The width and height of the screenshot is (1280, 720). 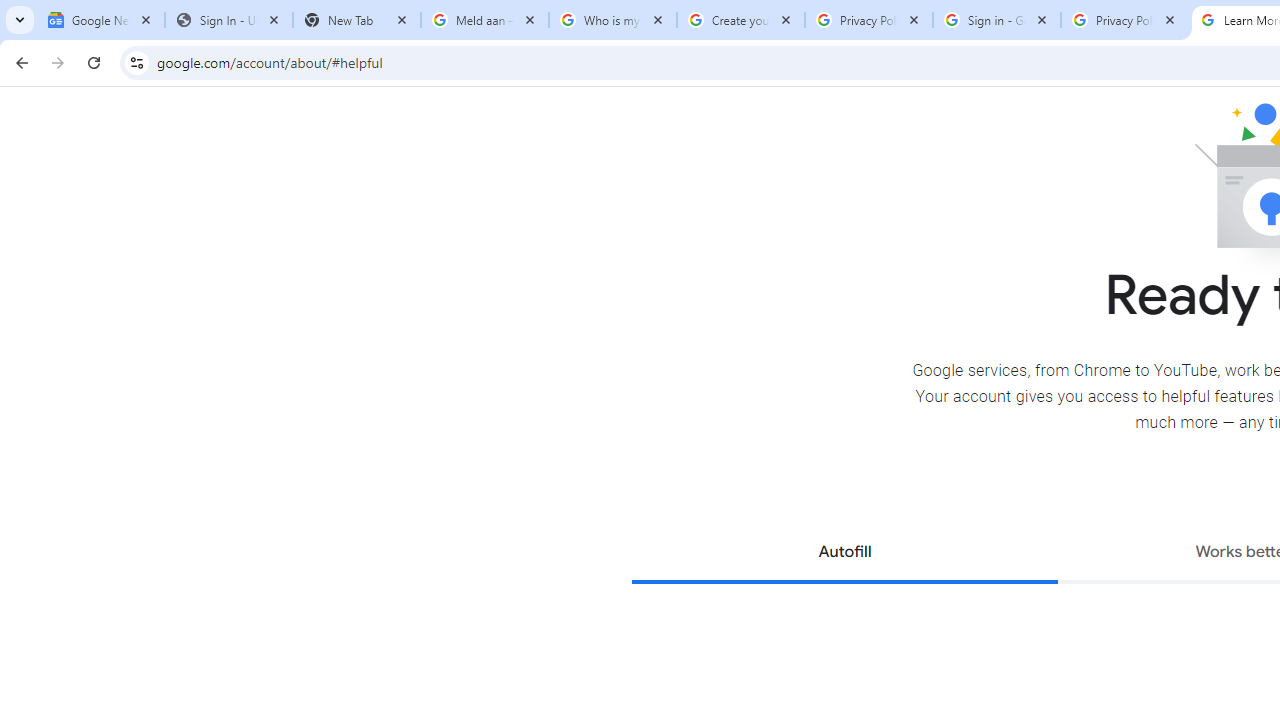 I want to click on 'Google News', so click(x=100, y=20).